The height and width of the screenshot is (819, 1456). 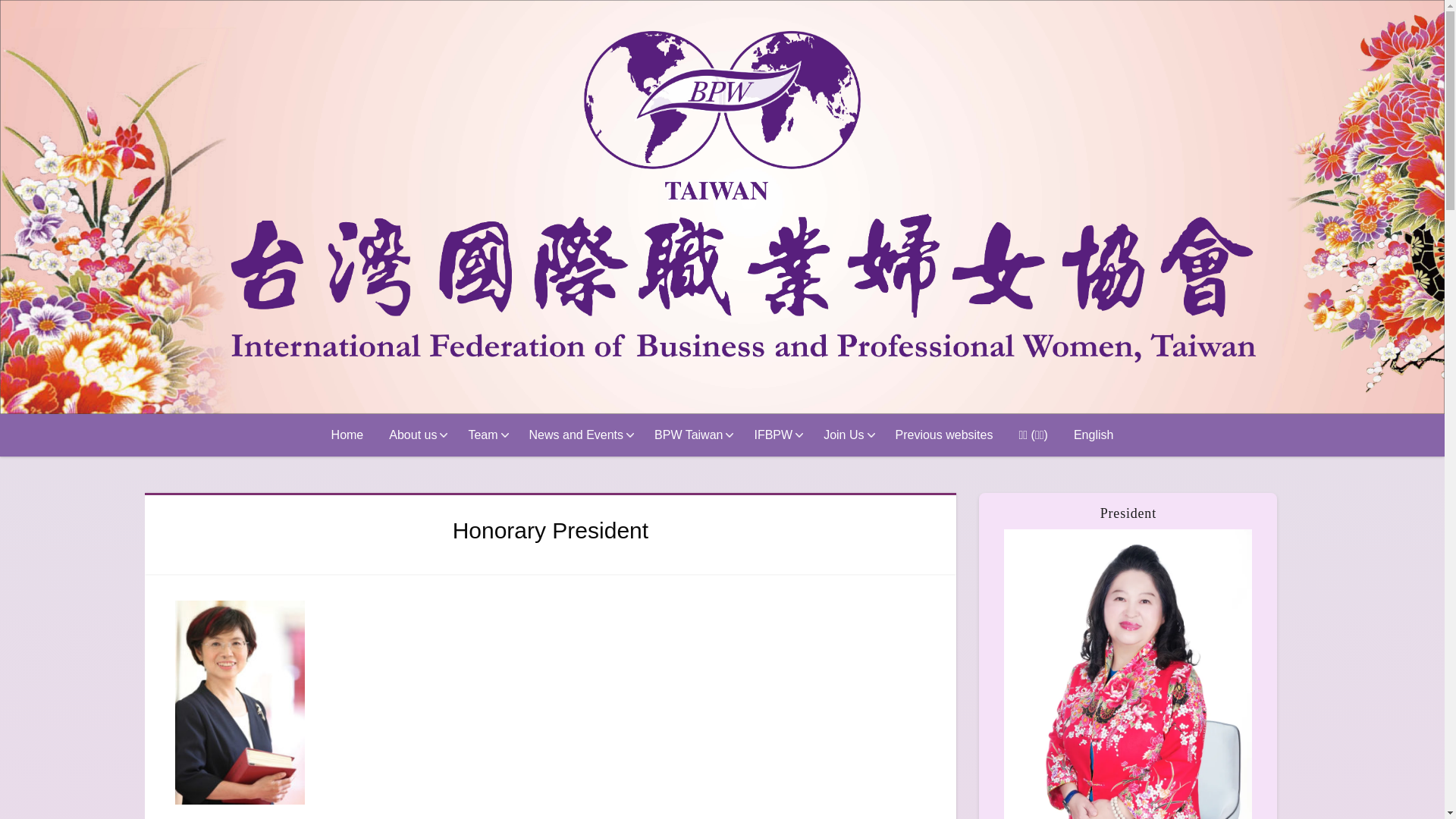 What do you see at coordinates (846, 435) in the screenshot?
I see `'Join Us'` at bounding box center [846, 435].